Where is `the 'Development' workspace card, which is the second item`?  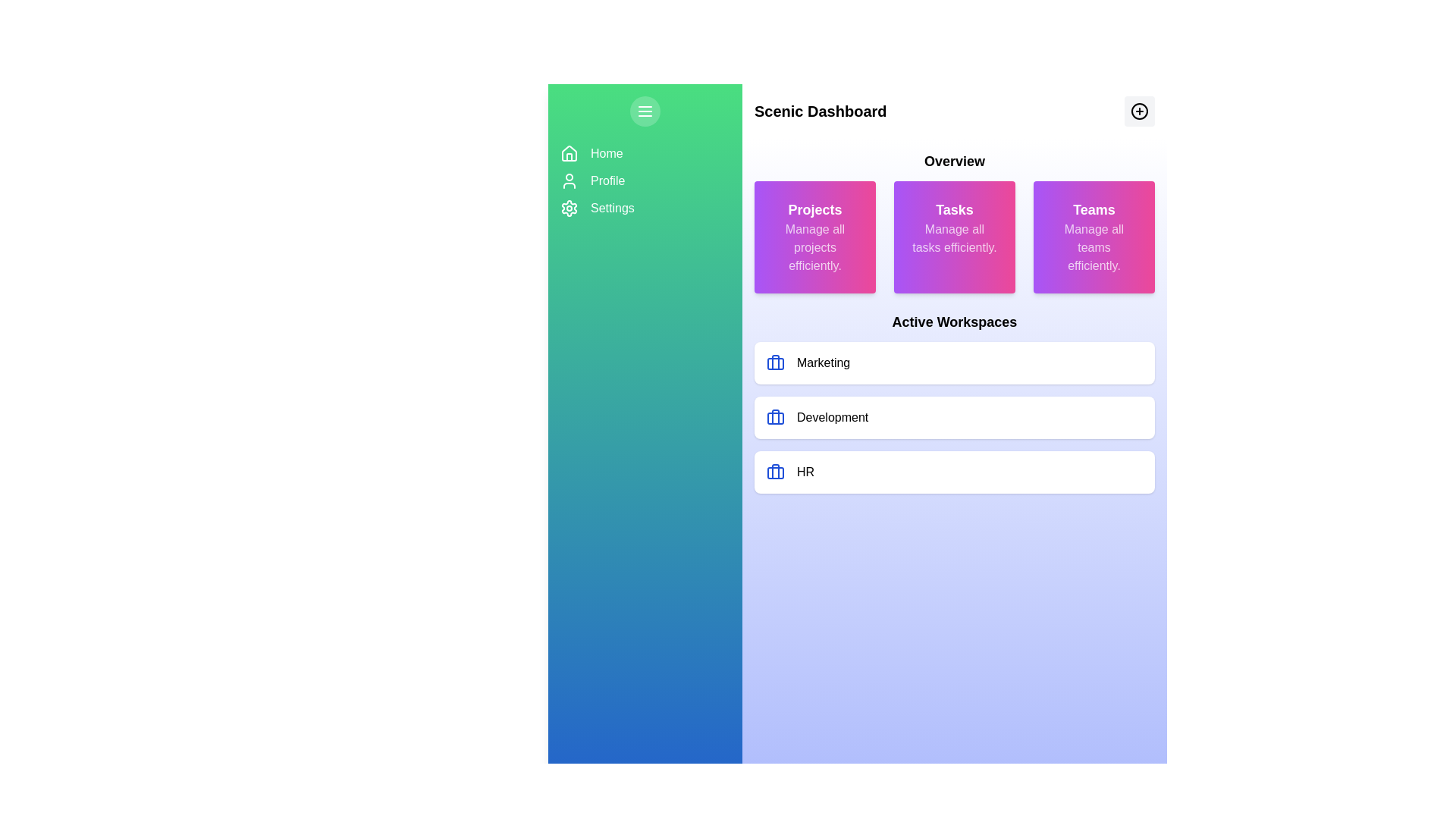
the 'Development' workspace card, which is the second item is located at coordinates (953, 418).